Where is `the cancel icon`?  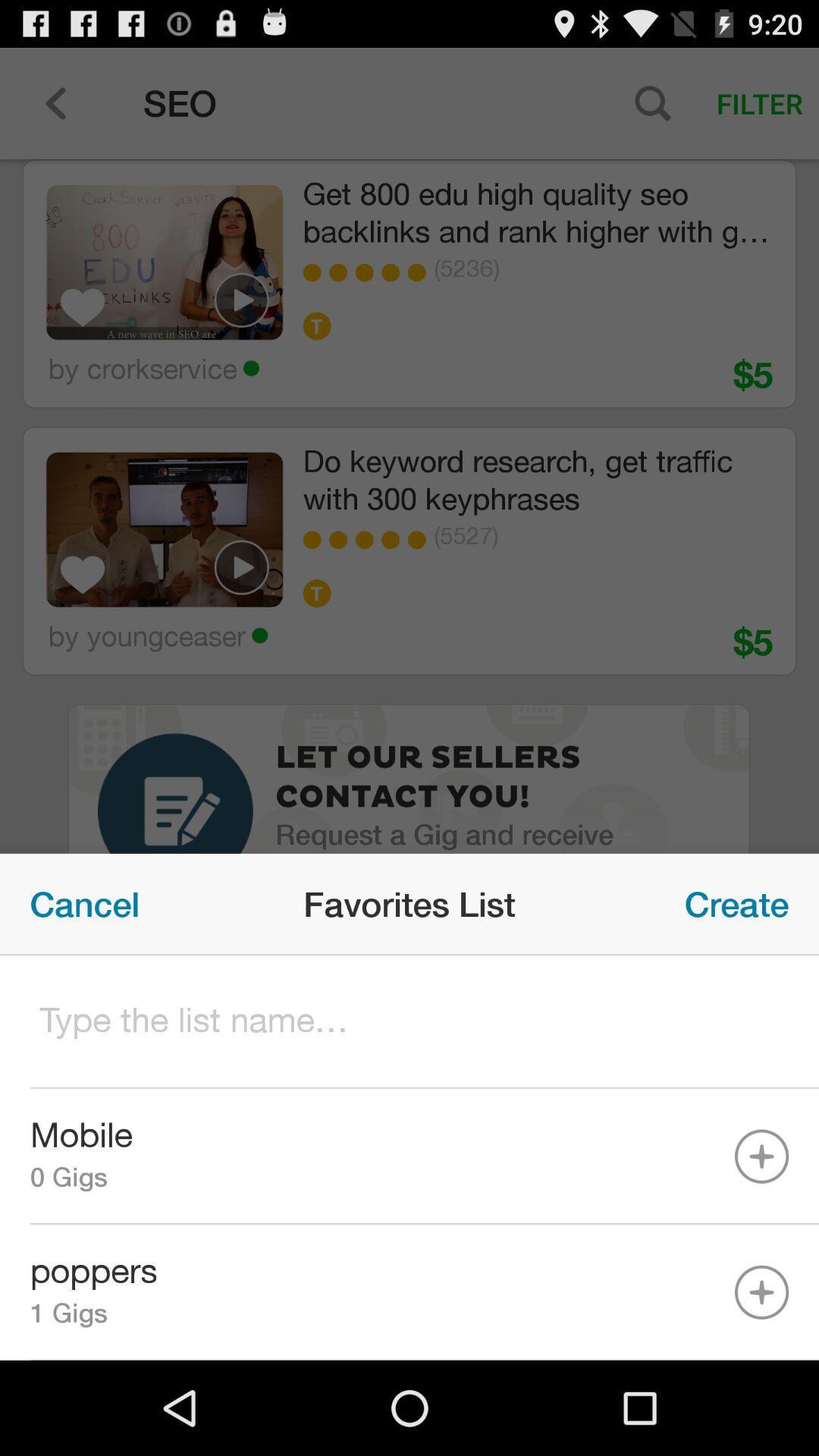
the cancel icon is located at coordinates (84, 904).